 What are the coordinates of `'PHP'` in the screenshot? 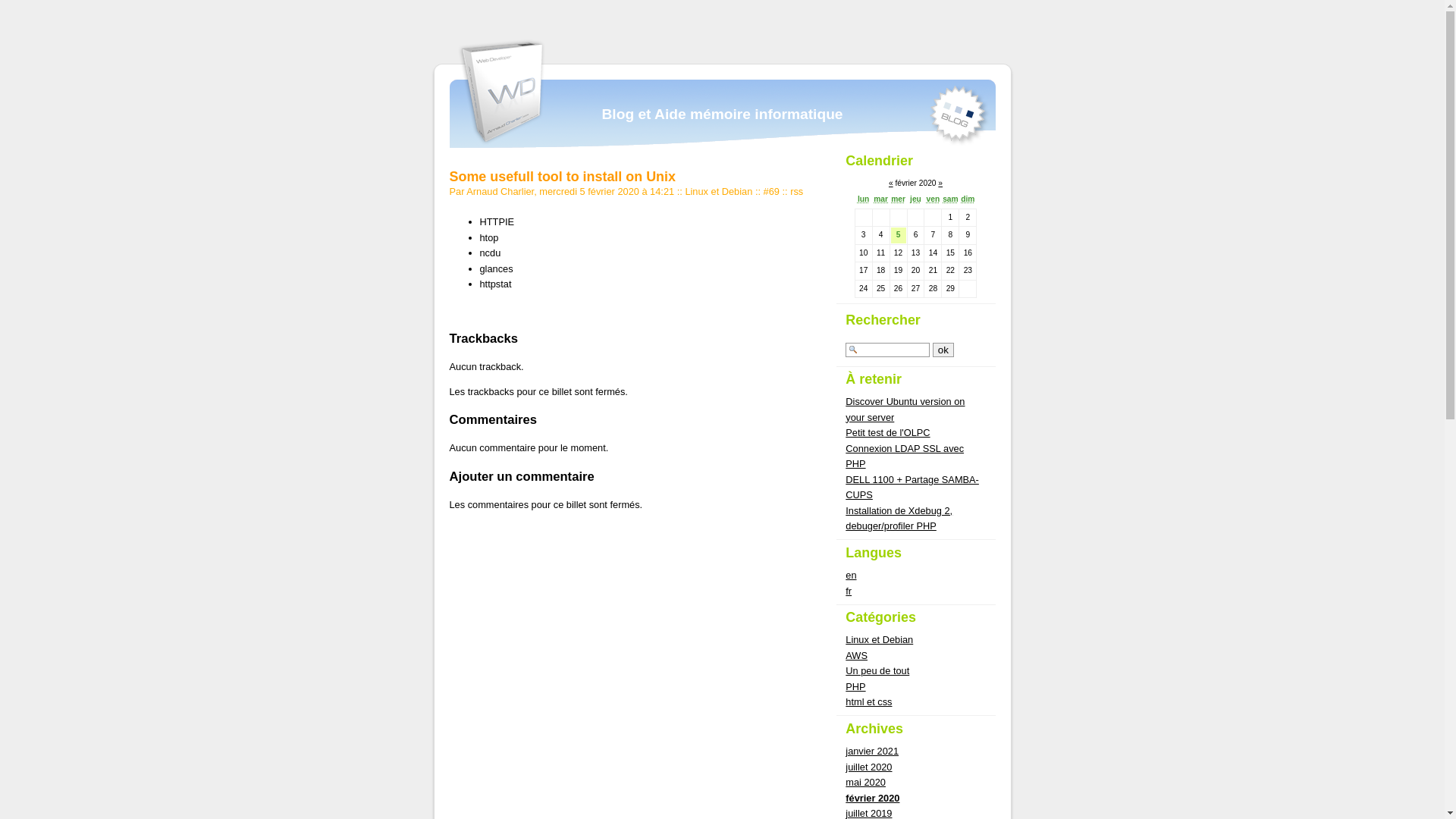 It's located at (844, 686).